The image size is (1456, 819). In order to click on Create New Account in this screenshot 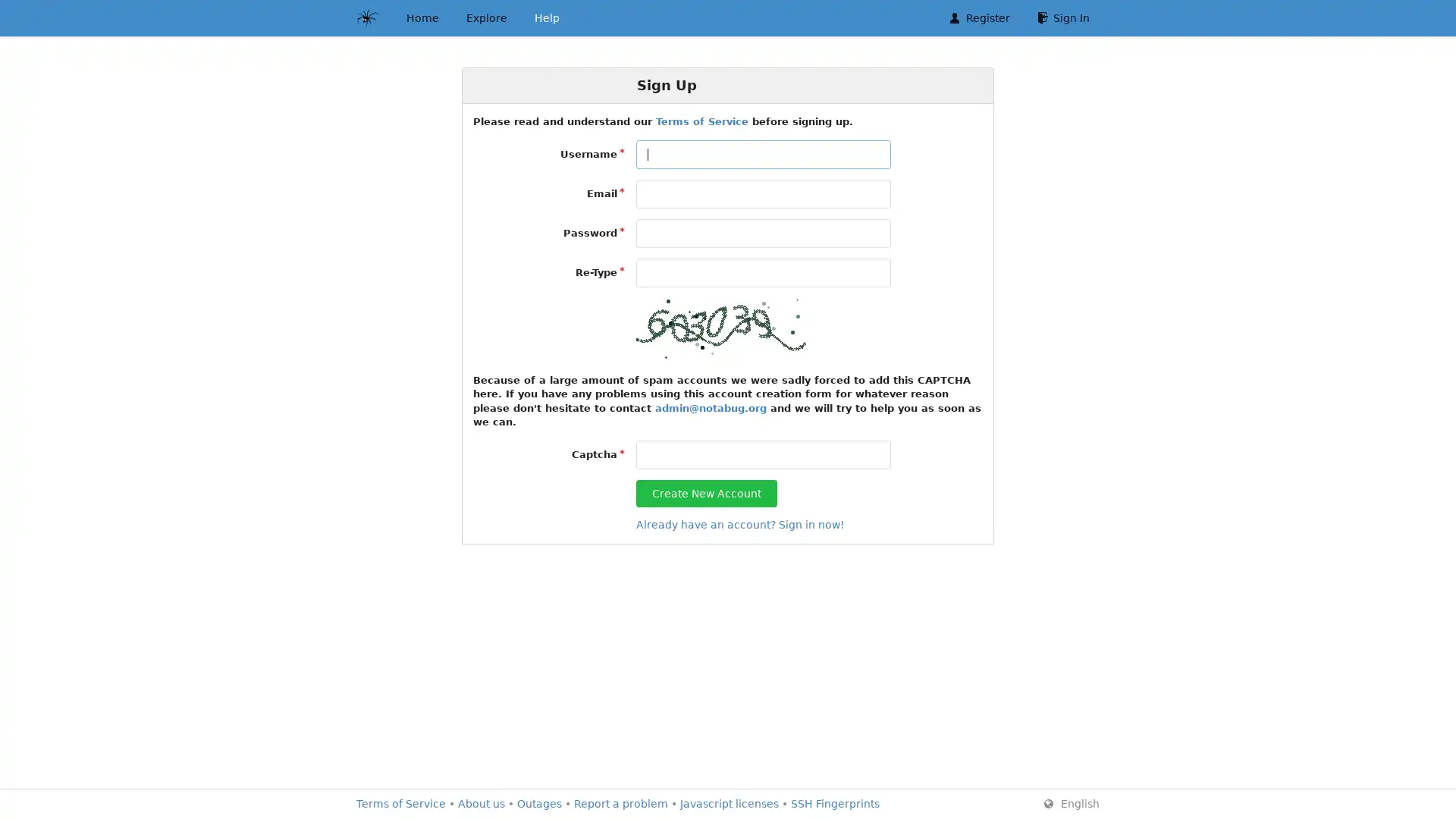, I will do `click(705, 494)`.